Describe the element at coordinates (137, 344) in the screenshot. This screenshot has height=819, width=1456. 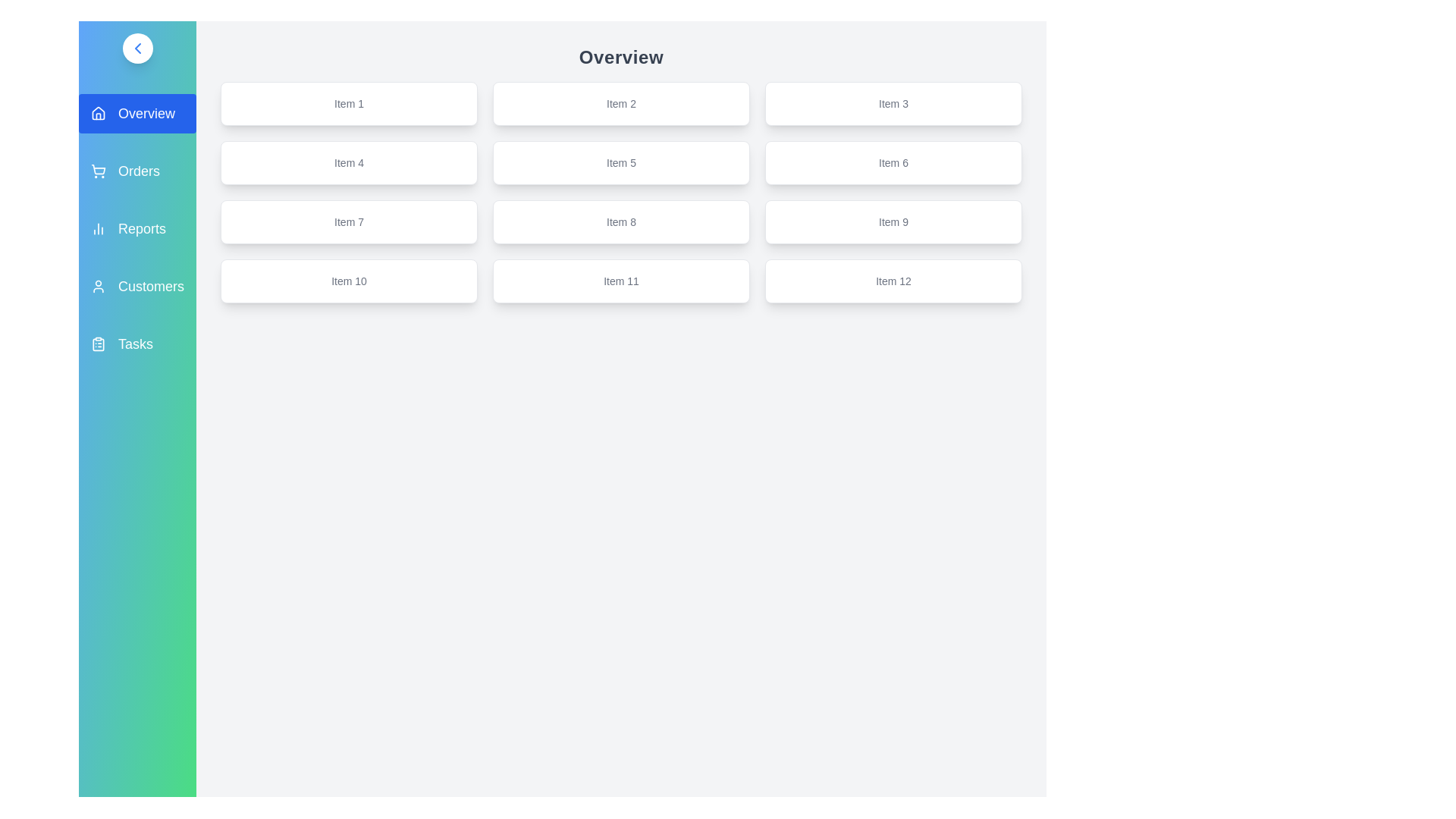
I see `the sidebar menu item labeled Tasks` at that location.